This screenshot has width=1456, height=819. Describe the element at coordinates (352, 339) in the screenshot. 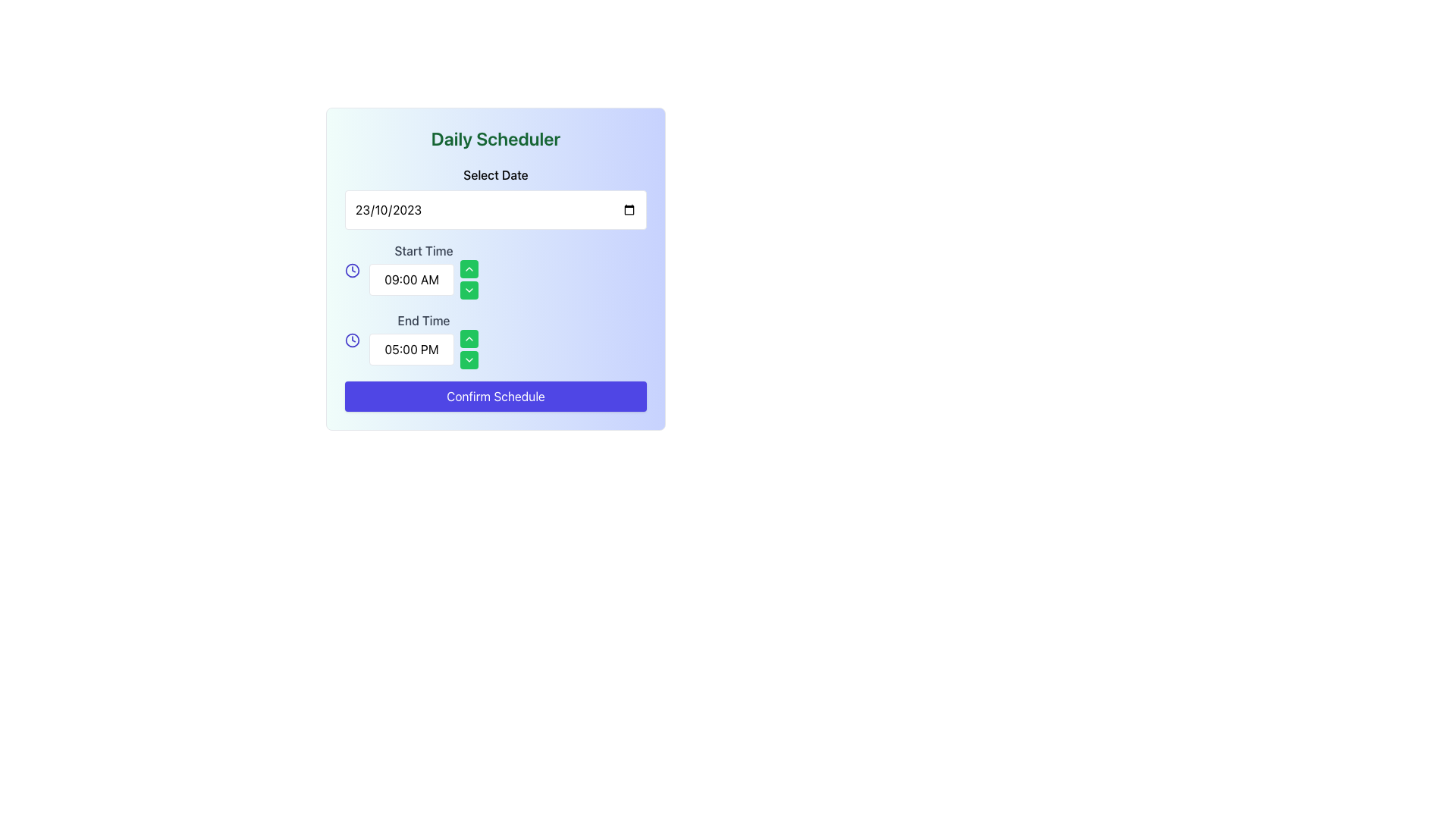

I see `the circular indigo blue clock icon located next to the 'End Time' label and to the left of the time input box` at that location.